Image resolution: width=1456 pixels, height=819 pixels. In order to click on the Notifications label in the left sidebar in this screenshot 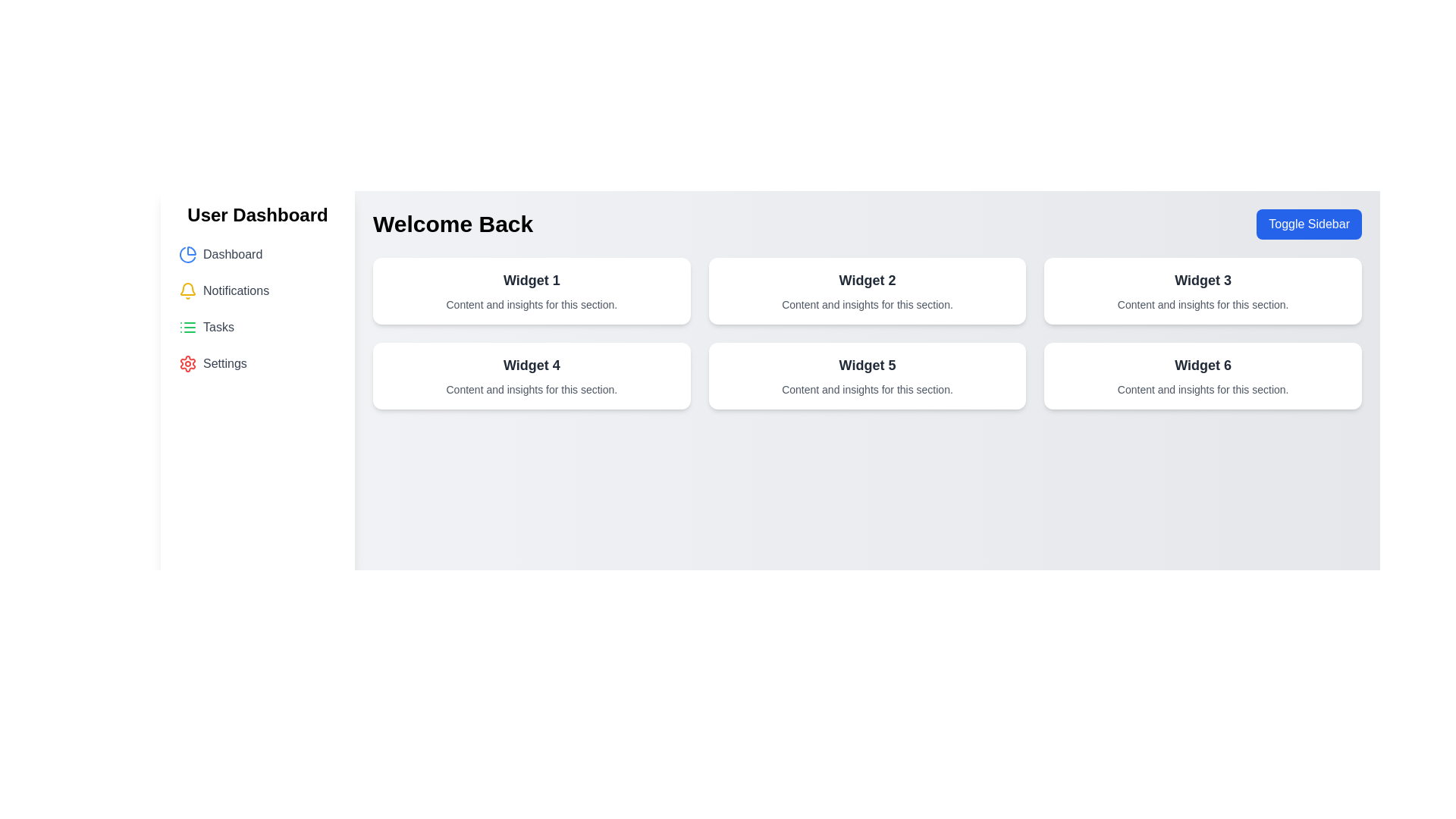, I will do `click(235, 291)`.